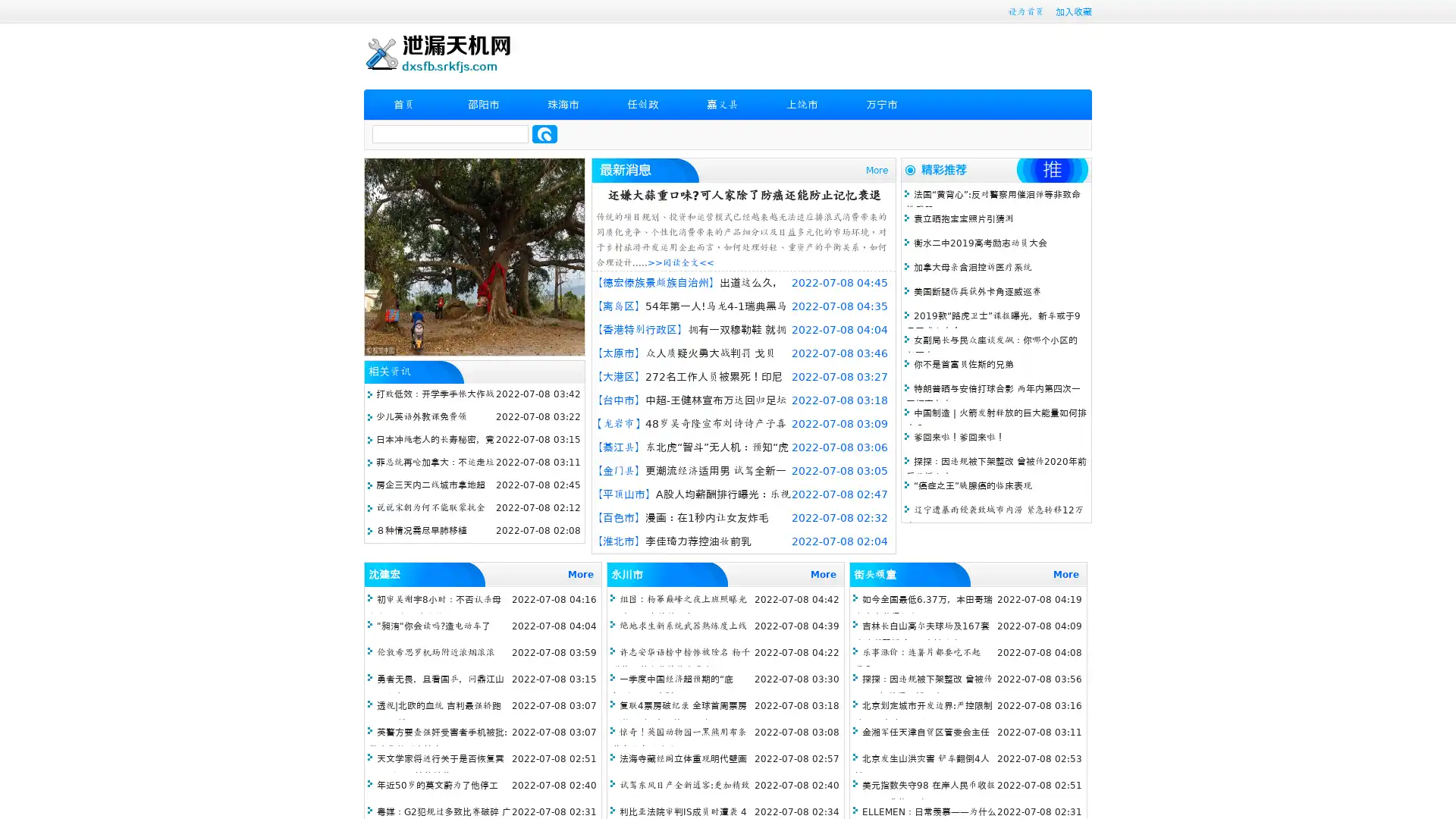 This screenshot has width=1456, height=819. Describe the element at coordinates (544, 133) in the screenshot. I see `Search` at that location.